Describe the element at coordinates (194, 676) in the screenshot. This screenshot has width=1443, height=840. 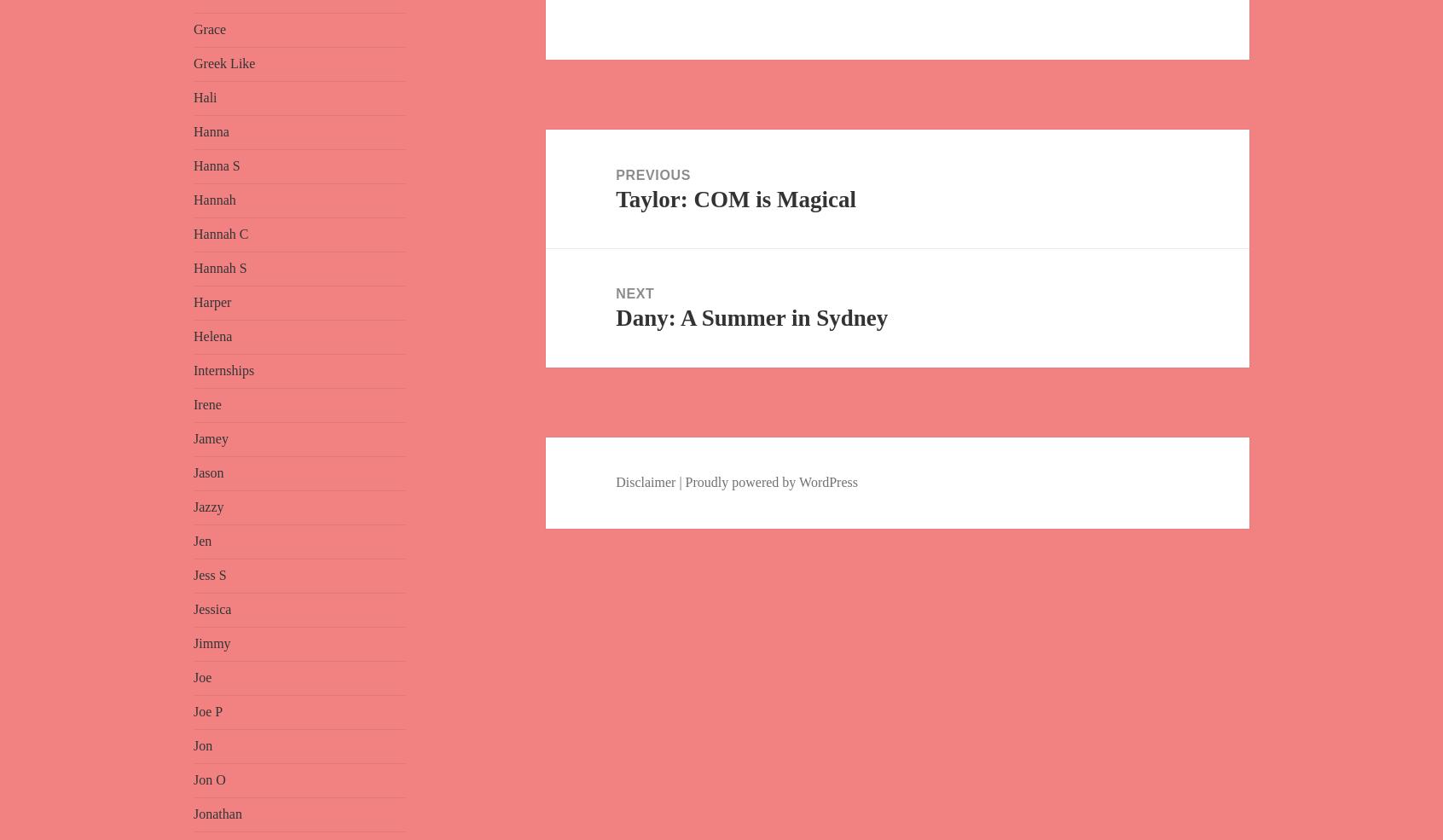
I see `'Joe'` at that location.